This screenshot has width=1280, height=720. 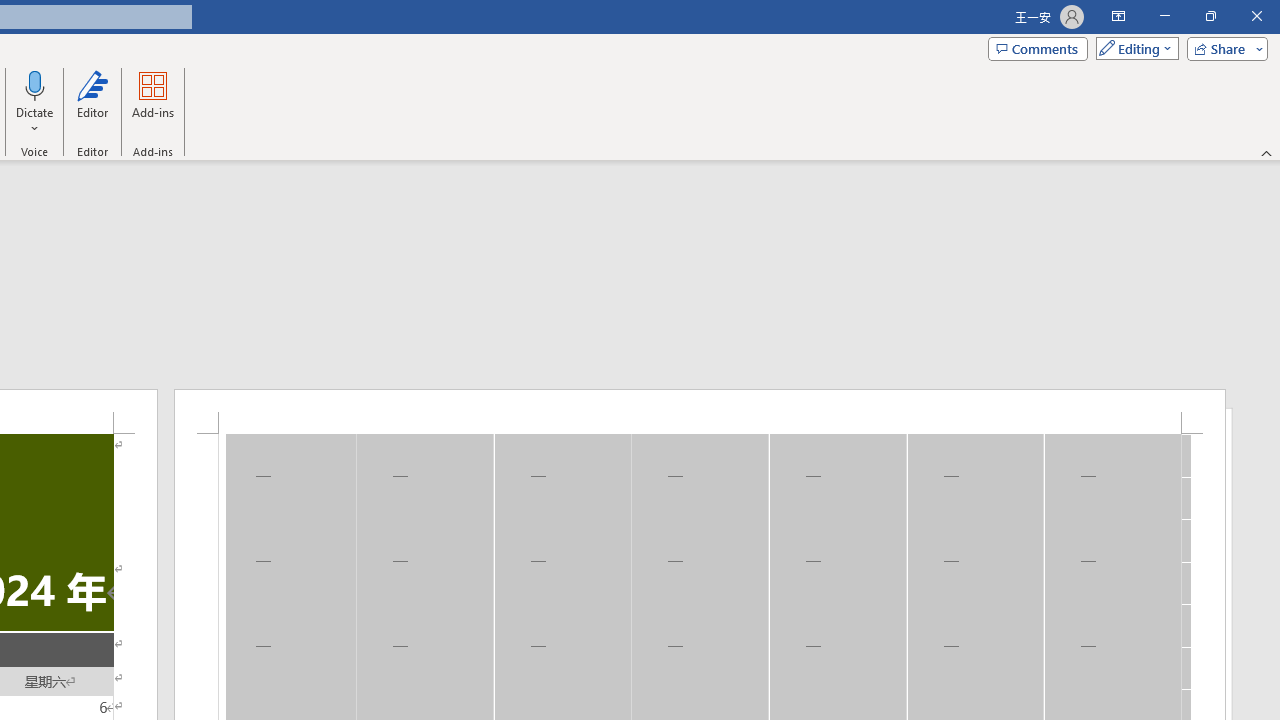 What do you see at coordinates (1164, 16) in the screenshot?
I see `'Minimize'` at bounding box center [1164, 16].